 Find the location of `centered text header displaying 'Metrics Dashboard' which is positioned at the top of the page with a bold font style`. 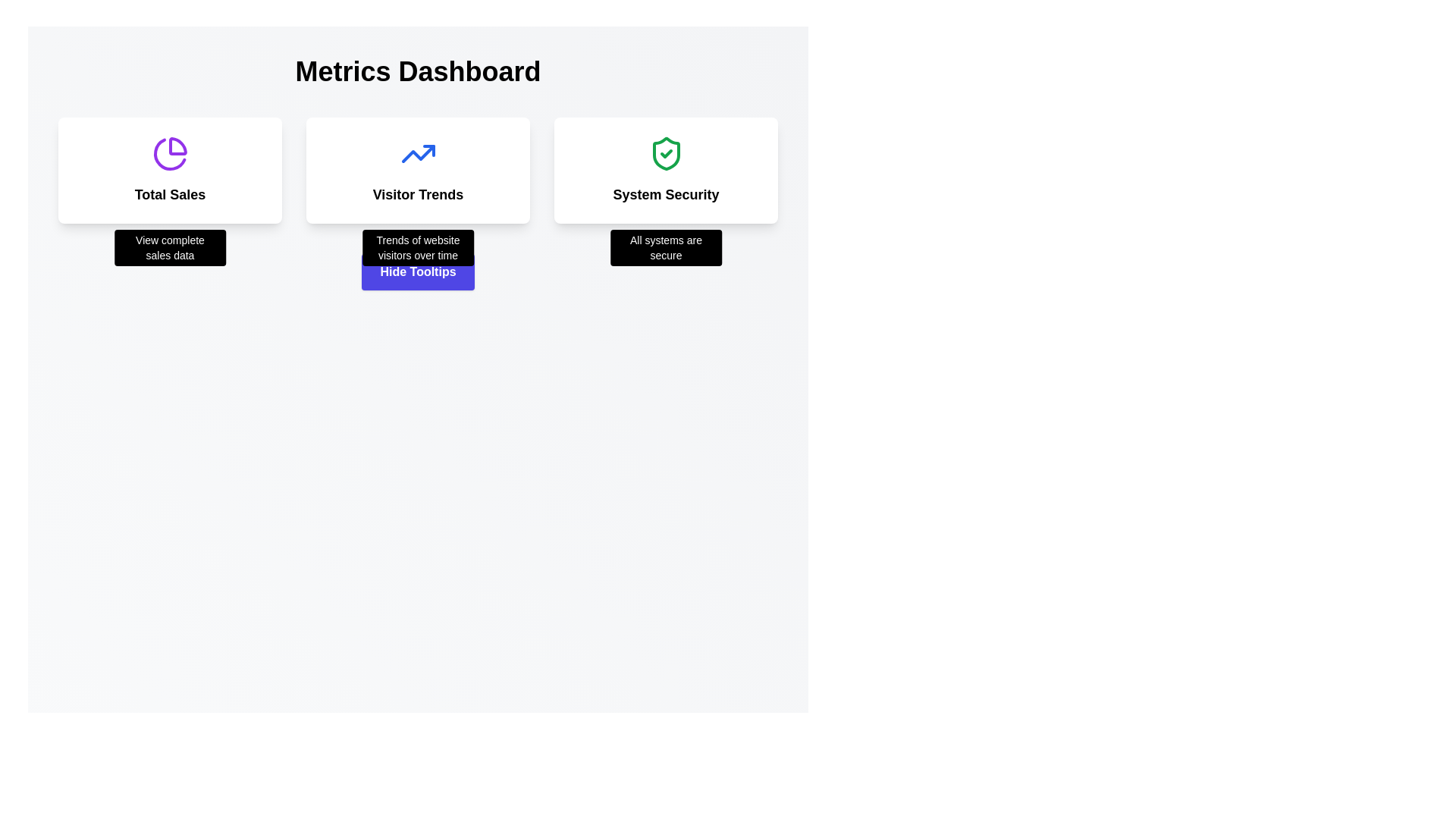

centered text header displaying 'Metrics Dashboard' which is positioned at the top of the page with a bold font style is located at coordinates (418, 72).